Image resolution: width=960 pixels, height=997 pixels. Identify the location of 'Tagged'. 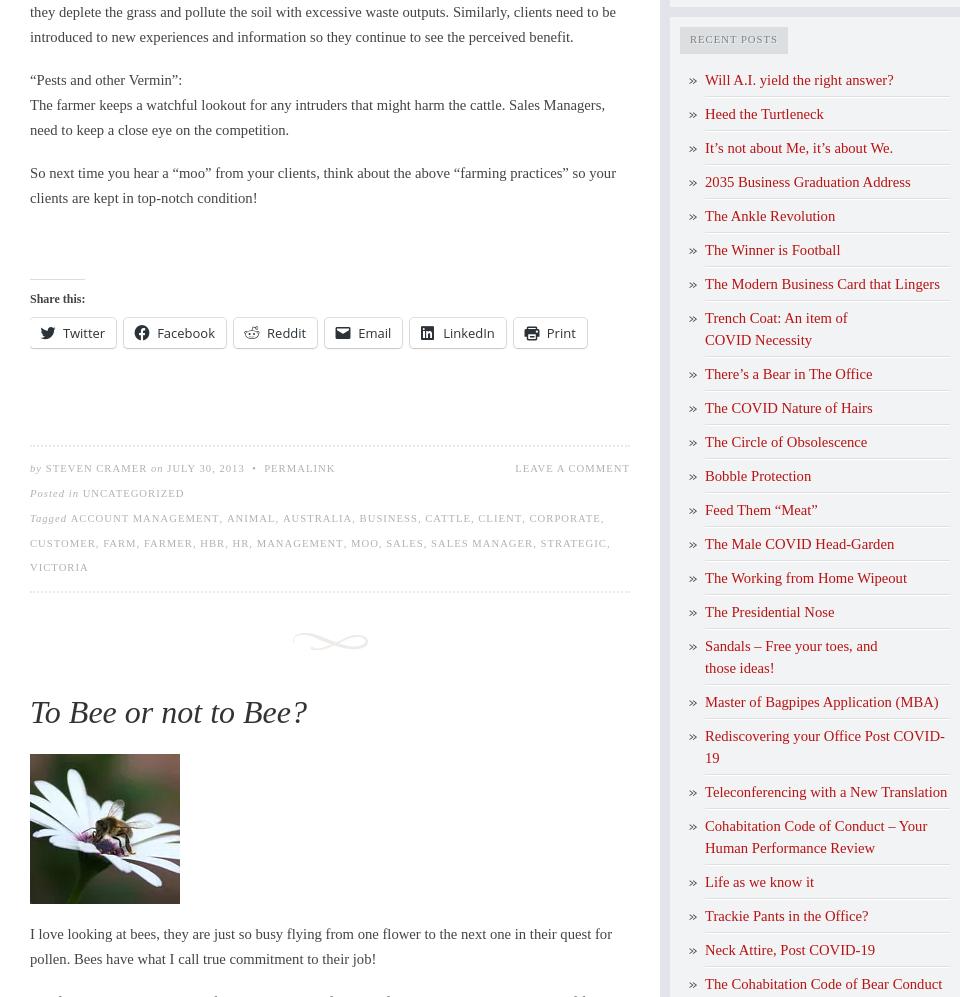
(49, 516).